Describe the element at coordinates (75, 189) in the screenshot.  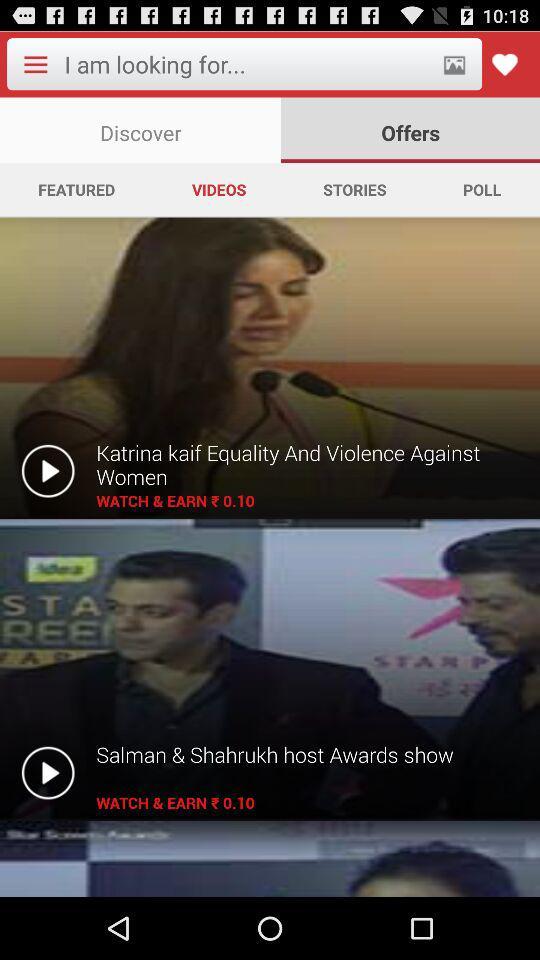
I see `the app next to videos icon` at that location.